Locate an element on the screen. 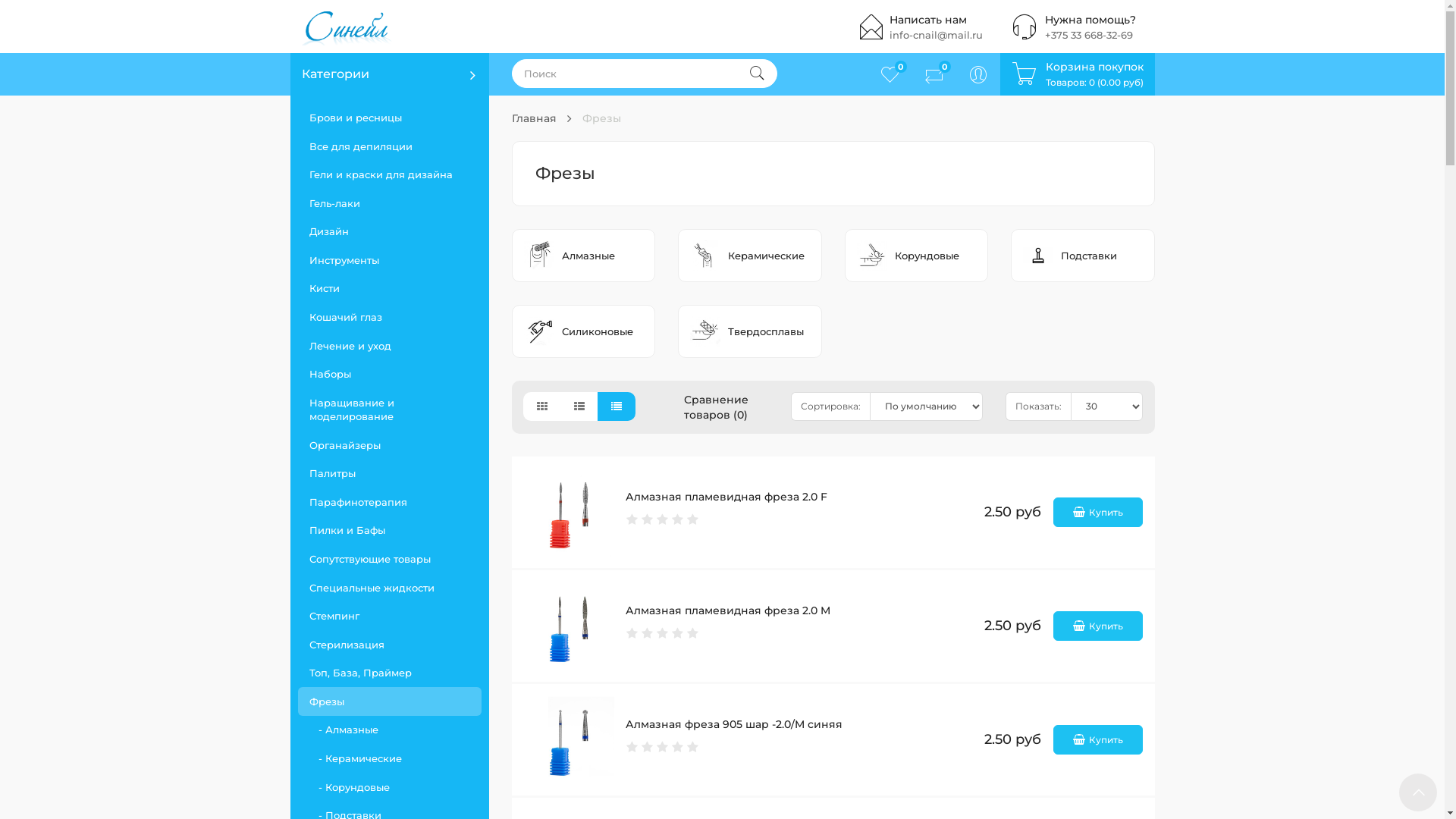 This screenshot has width=1456, height=819. 'info-cnail@mail.ru' is located at coordinates (888, 34).